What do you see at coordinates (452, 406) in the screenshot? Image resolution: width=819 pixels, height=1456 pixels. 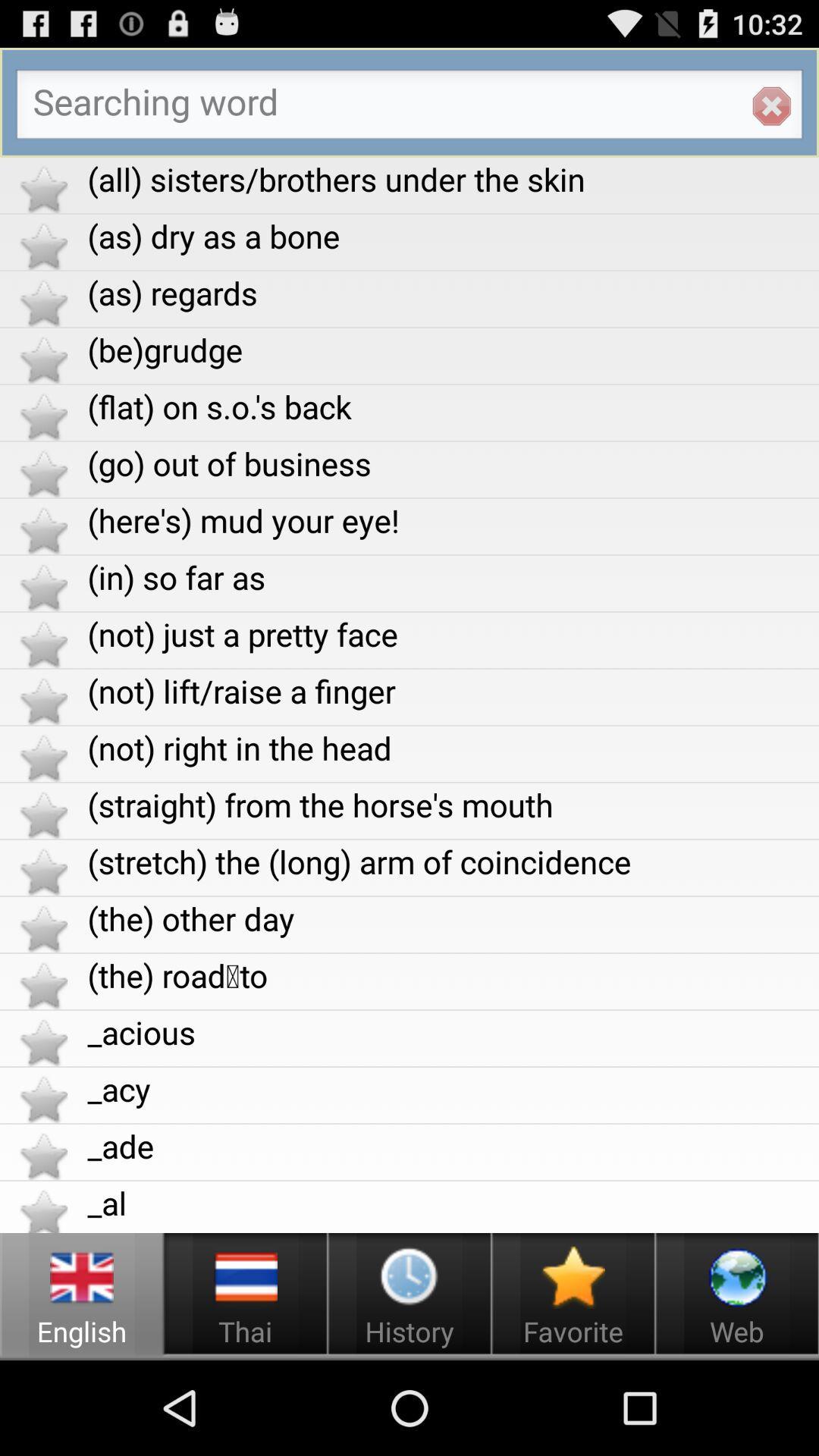 I see `the flat on s` at bounding box center [452, 406].